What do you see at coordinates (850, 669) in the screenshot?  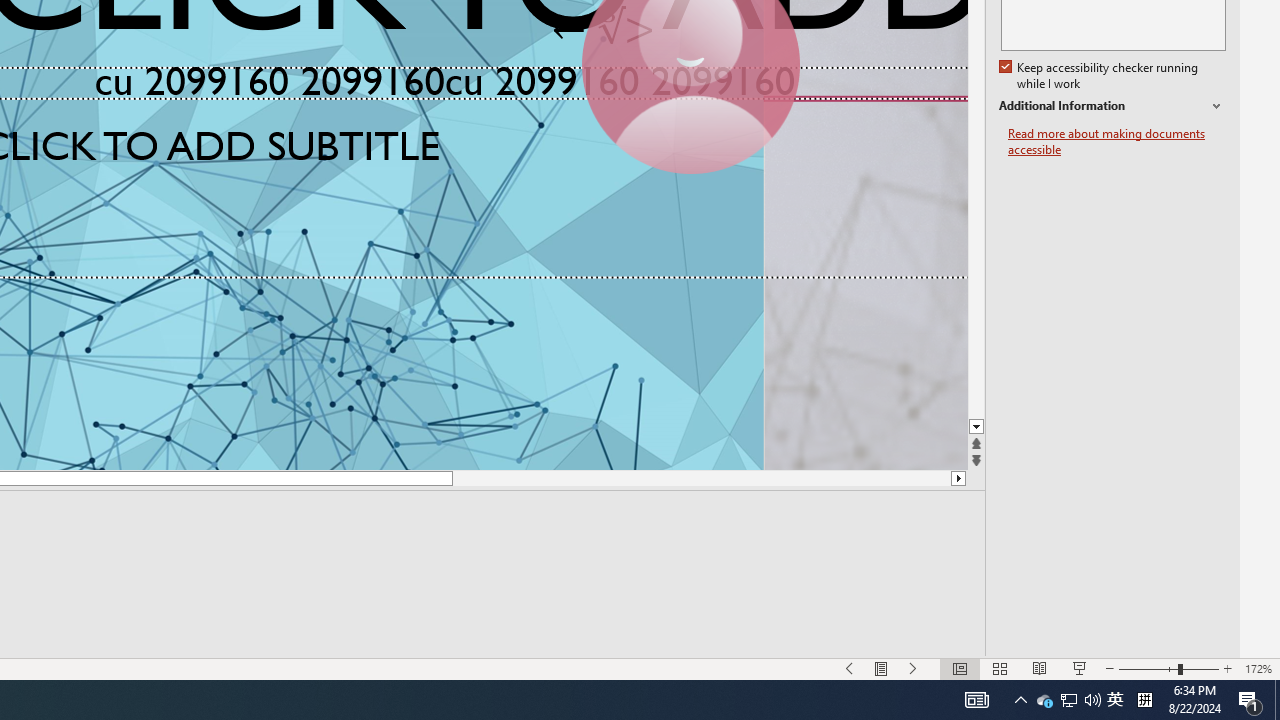 I see `'Slide Show Previous On'` at bounding box center [850, 669].